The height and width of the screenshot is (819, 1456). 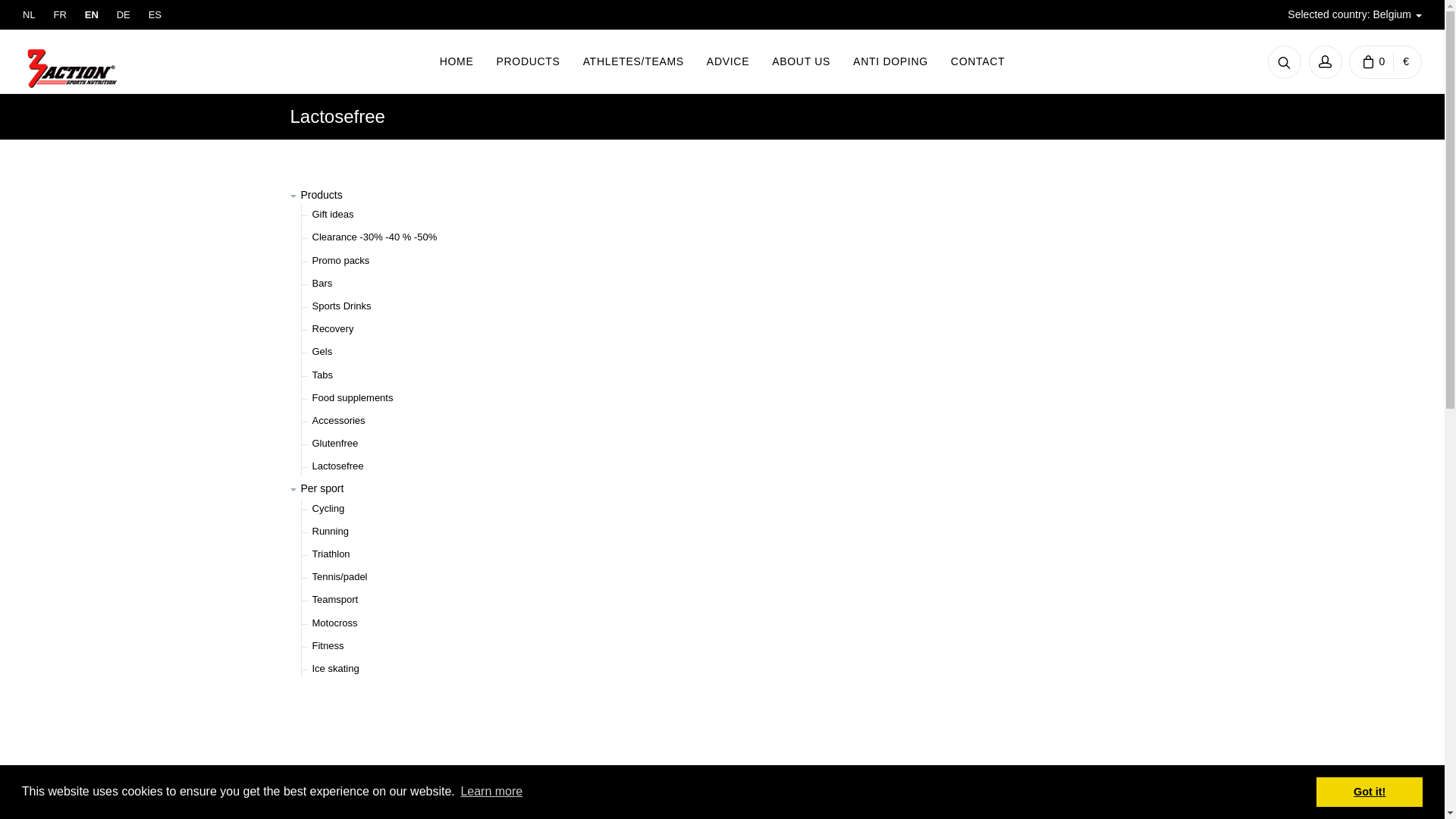 What do you see at coordinates (375, 237) in the screenshot?
I see `'Clearance -30% -40 % -50%'` at bounding box center [375, 237].